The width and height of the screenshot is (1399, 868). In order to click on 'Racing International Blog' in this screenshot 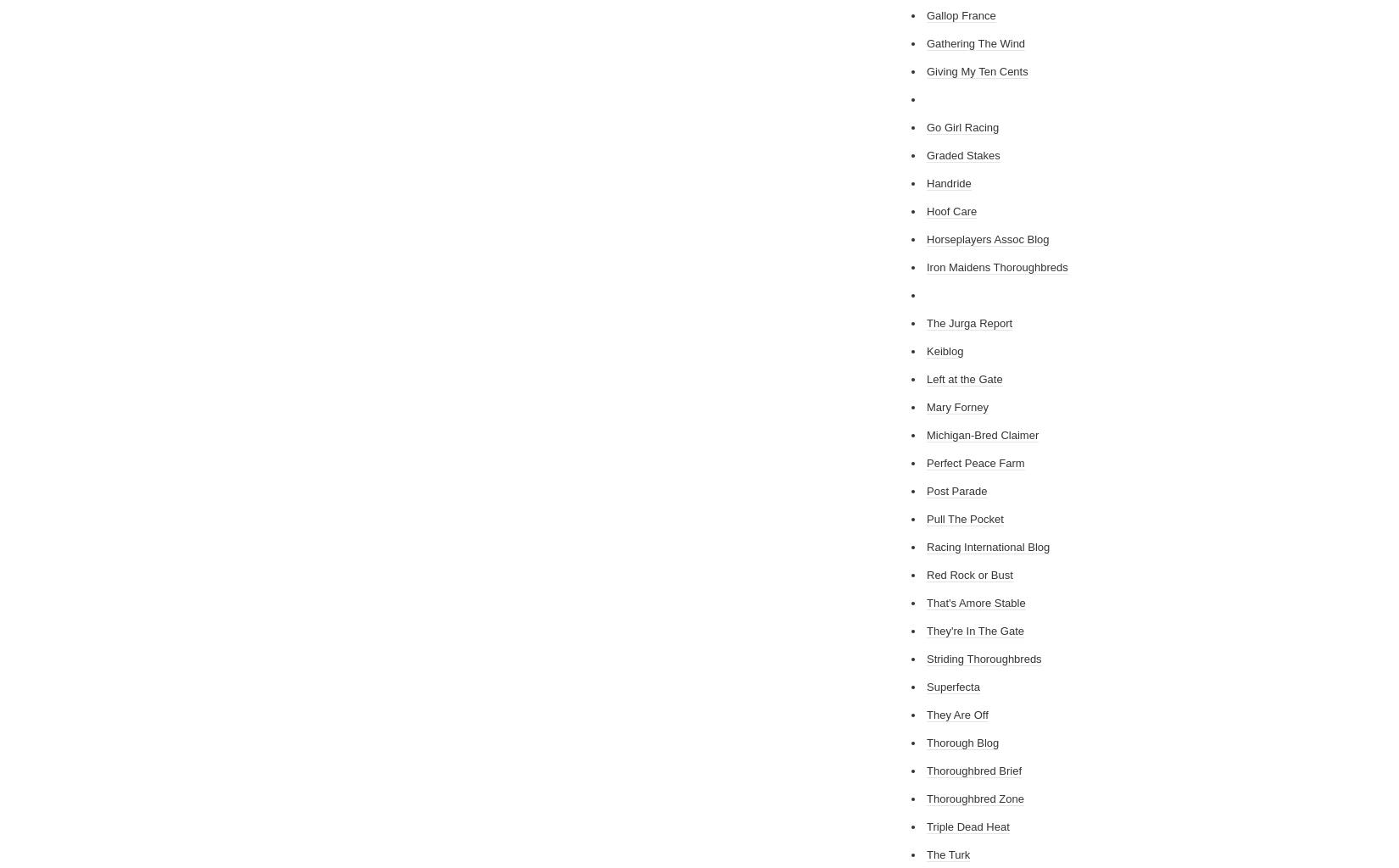, I will do `click(988, 546)`.